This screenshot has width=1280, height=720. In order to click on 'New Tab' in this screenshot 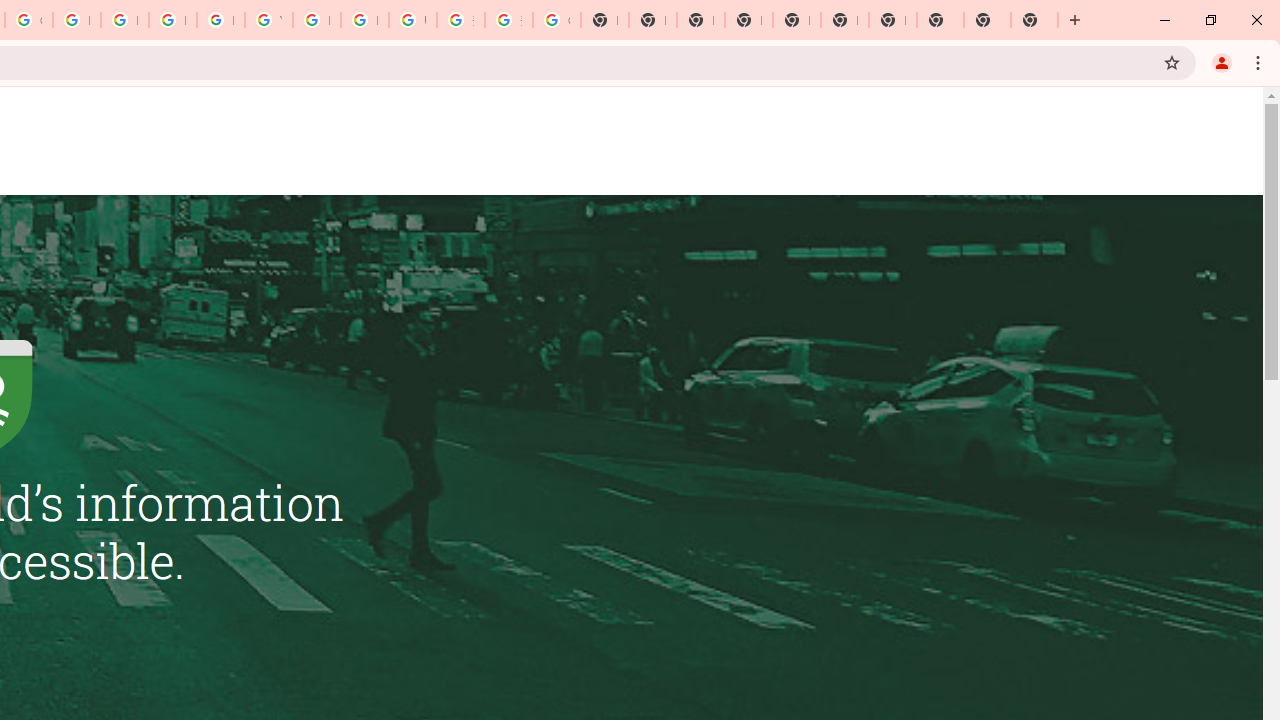, I will do `click(1034, 20)`.